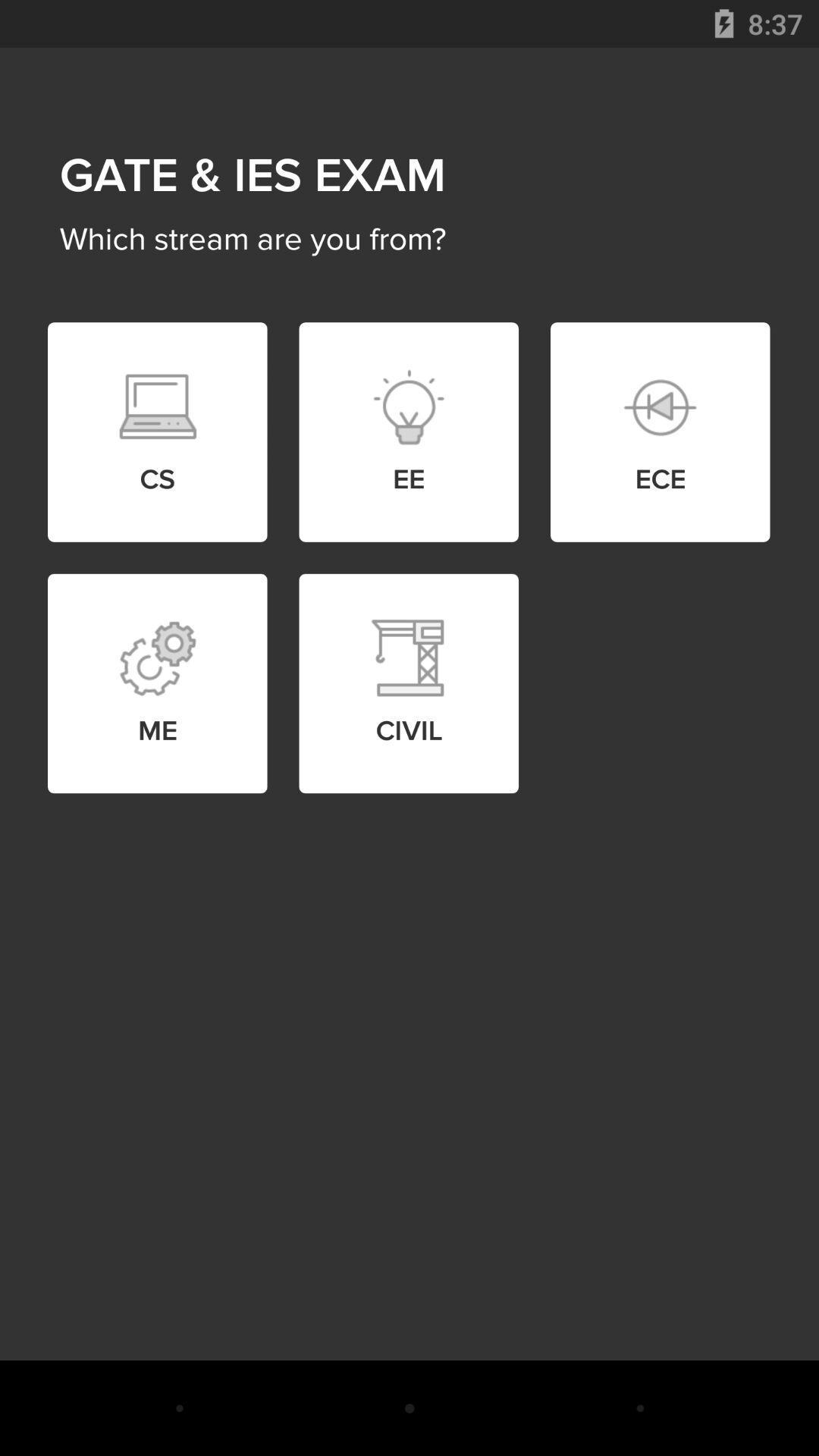  Describe the element at coordinates (408, 407) in the screenshot. I see `the bulb symbol present above ee` at that location.